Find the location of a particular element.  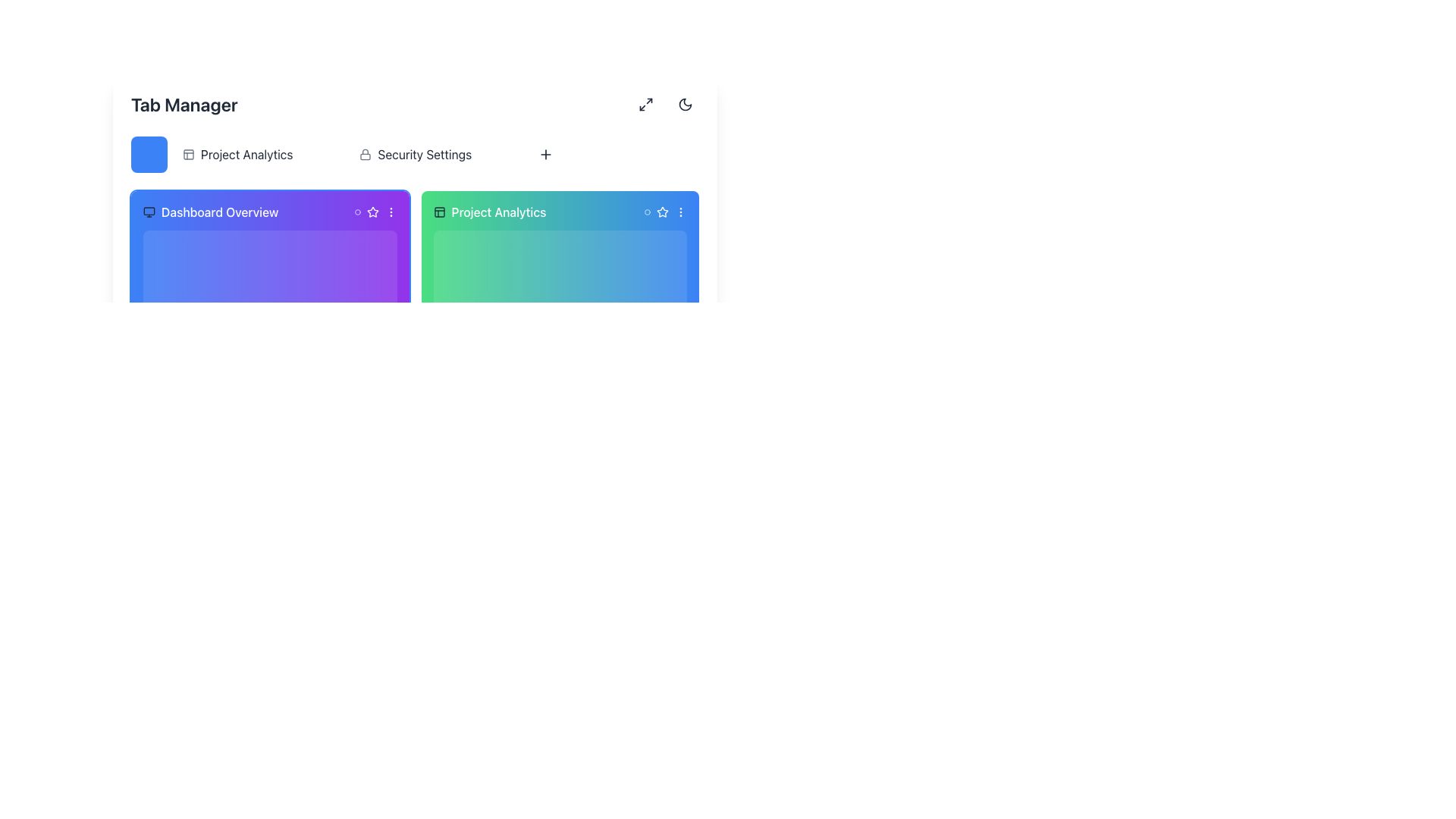

the prominent 'Tab Manager' text label, which serves as the header for the section is located at coordinates (184, 104).